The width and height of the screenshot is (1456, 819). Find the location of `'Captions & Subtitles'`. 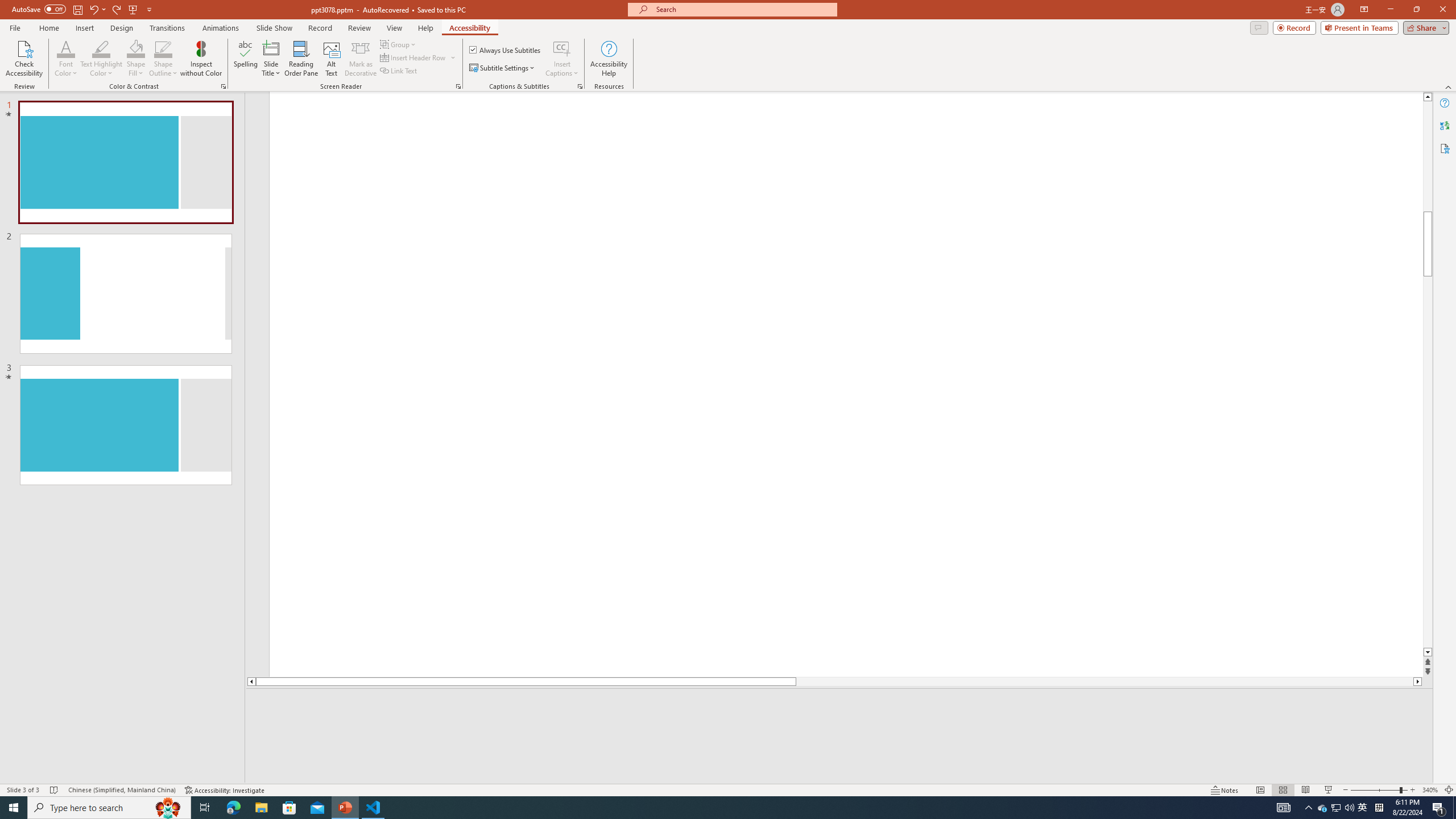

'Captions & Subtitles' is located at coordinates (580, 85).